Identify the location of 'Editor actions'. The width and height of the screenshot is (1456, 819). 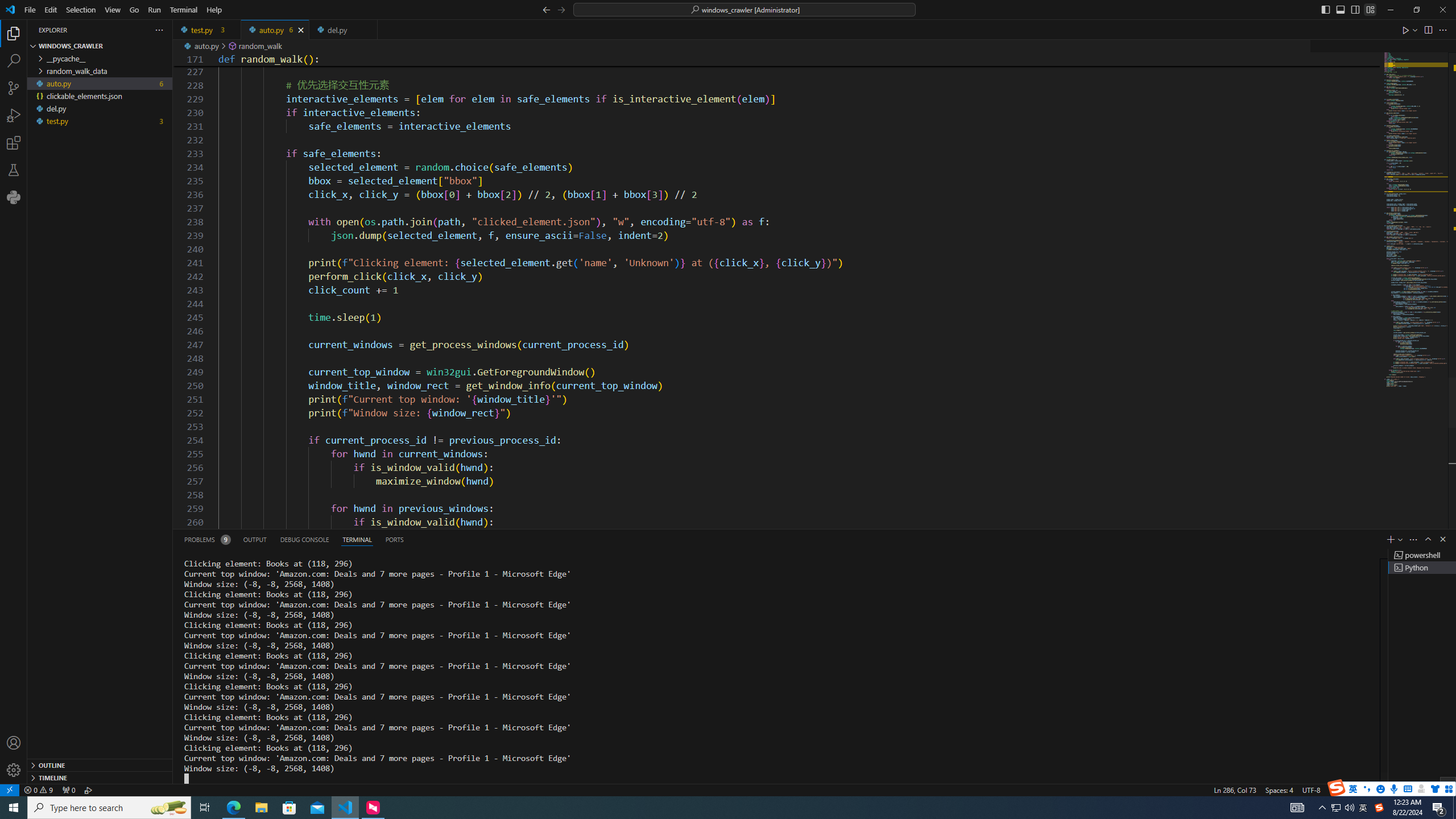
(1425, 29).